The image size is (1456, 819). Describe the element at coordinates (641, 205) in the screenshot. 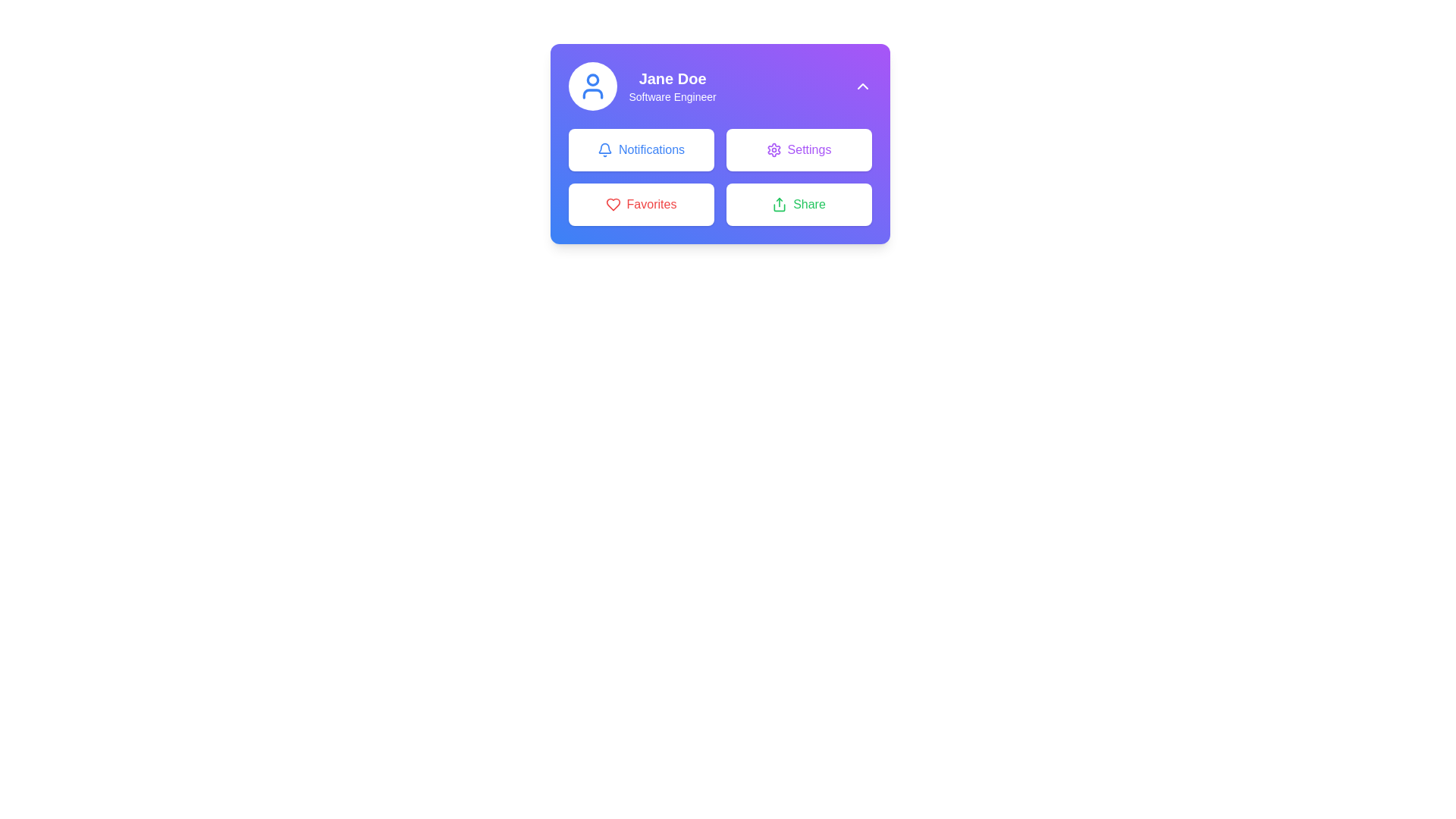

I see `the 'Favorites' button, which is a rectangular button with a white background, a red border, and a red heart icon on the left, located in the bottom-left corner of the grid layout` at that location.